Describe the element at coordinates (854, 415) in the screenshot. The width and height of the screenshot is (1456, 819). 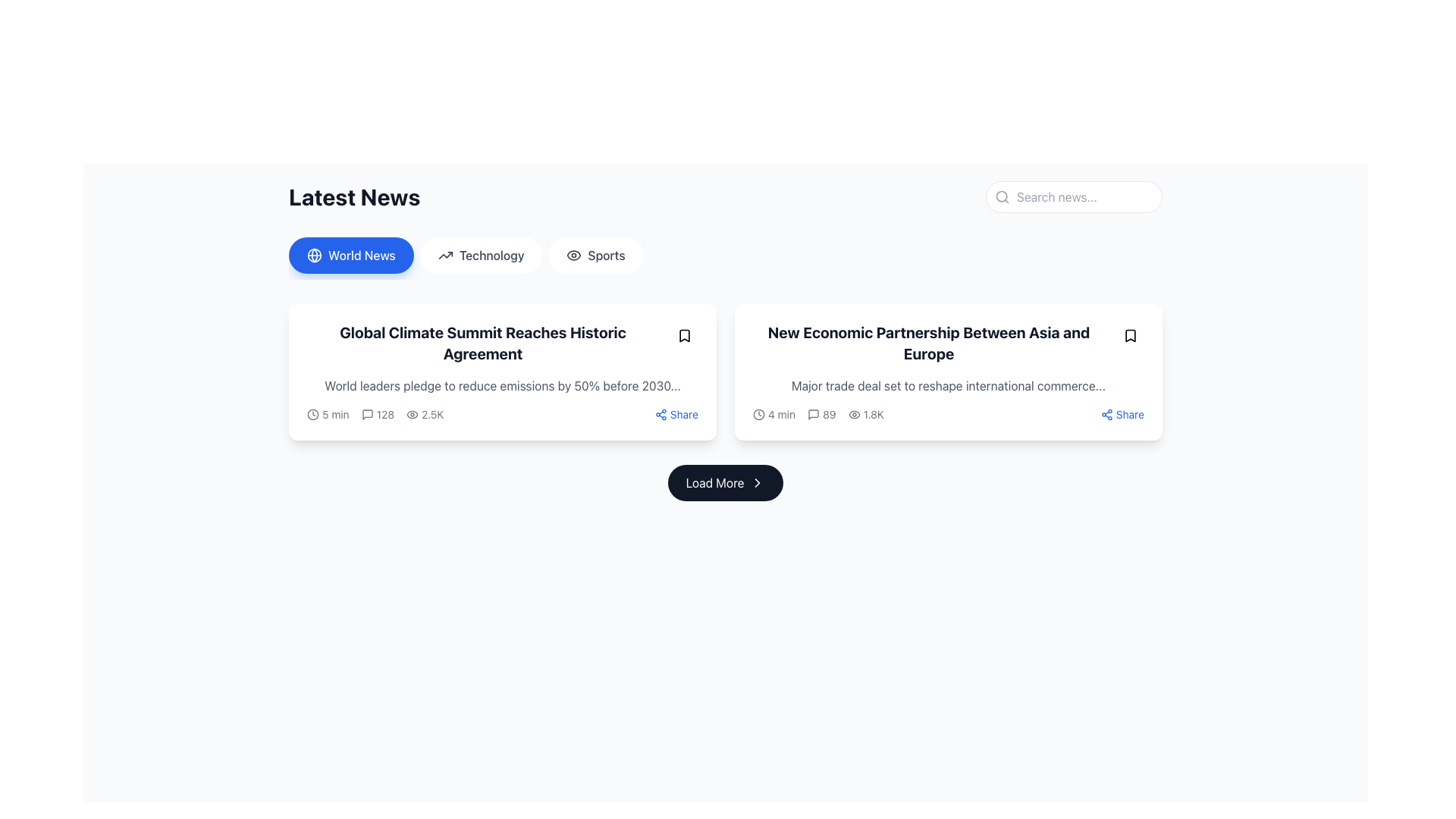
I see `the eye icon located to the left of the numeric text '1.8K' in the bottom-right part of the second card` at that location.